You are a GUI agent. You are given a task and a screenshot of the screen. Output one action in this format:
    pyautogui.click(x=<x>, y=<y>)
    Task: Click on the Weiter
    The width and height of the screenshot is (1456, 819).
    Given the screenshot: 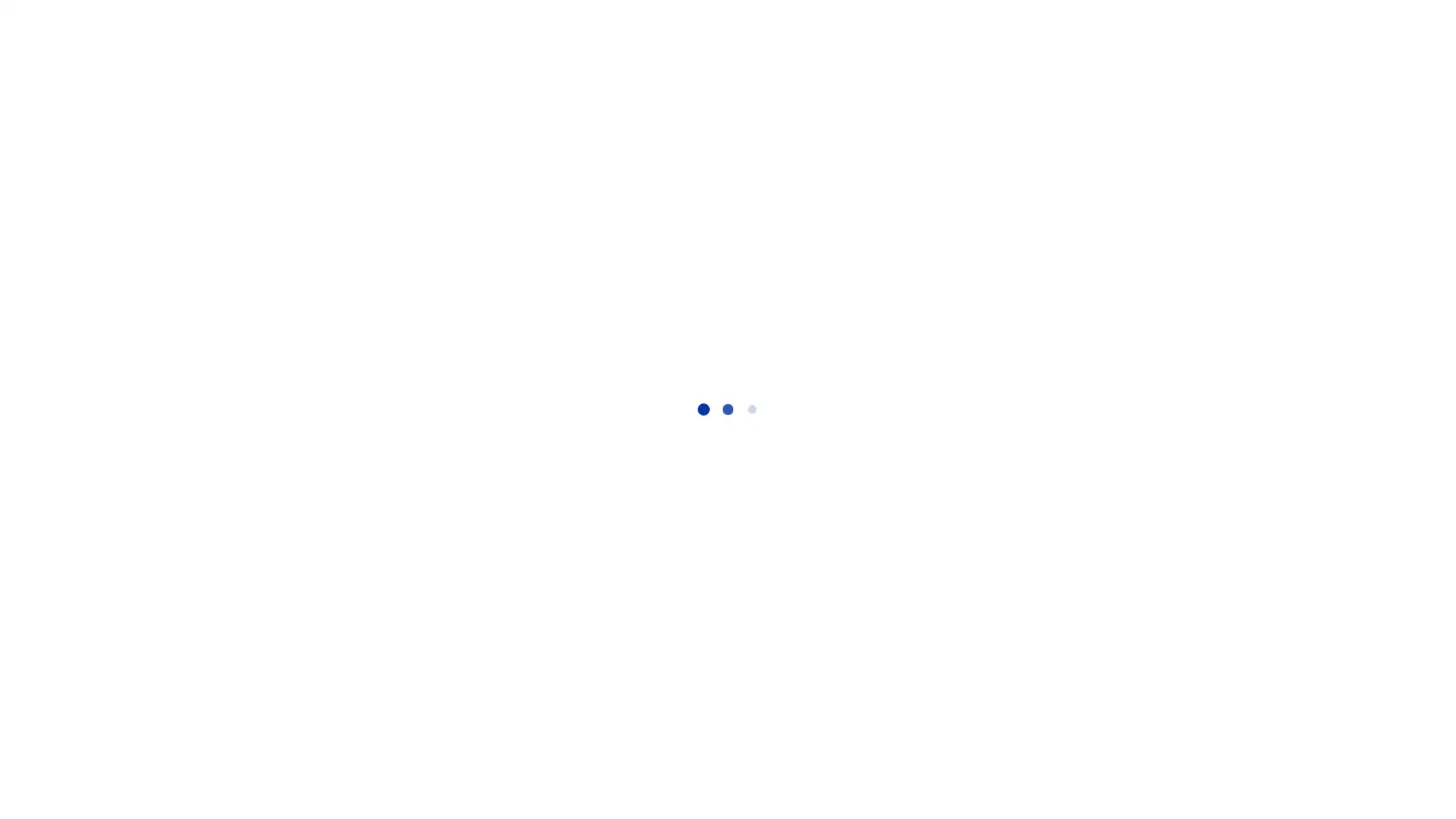 What is the action you would take?
    pyautogui.click(x=1051, y=362)
    